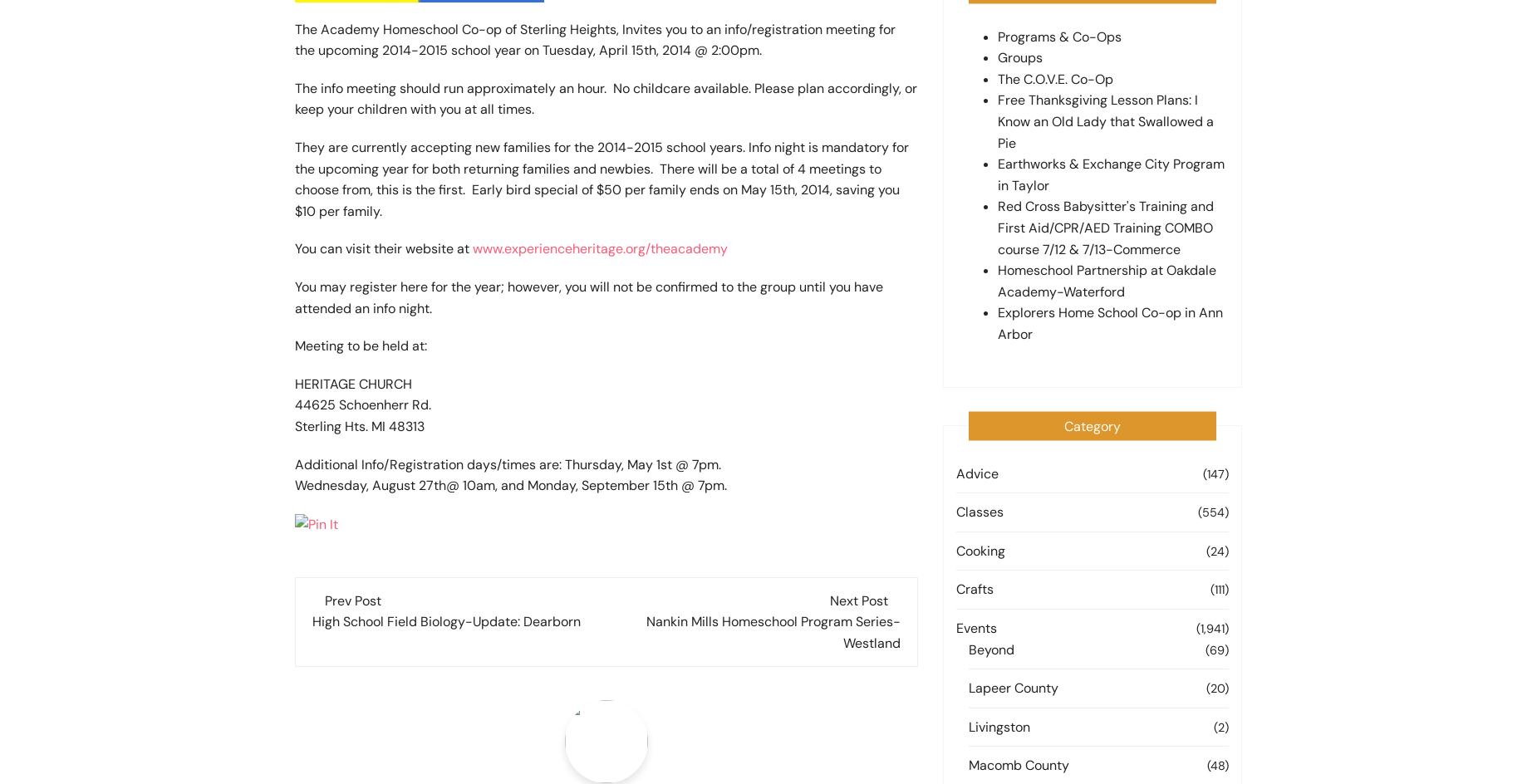 The image size is (1537, 784). What do you see at coordinates (1213, 512) in the screenshot?
I see `'(554)'` at bounding box center [1213, 512].